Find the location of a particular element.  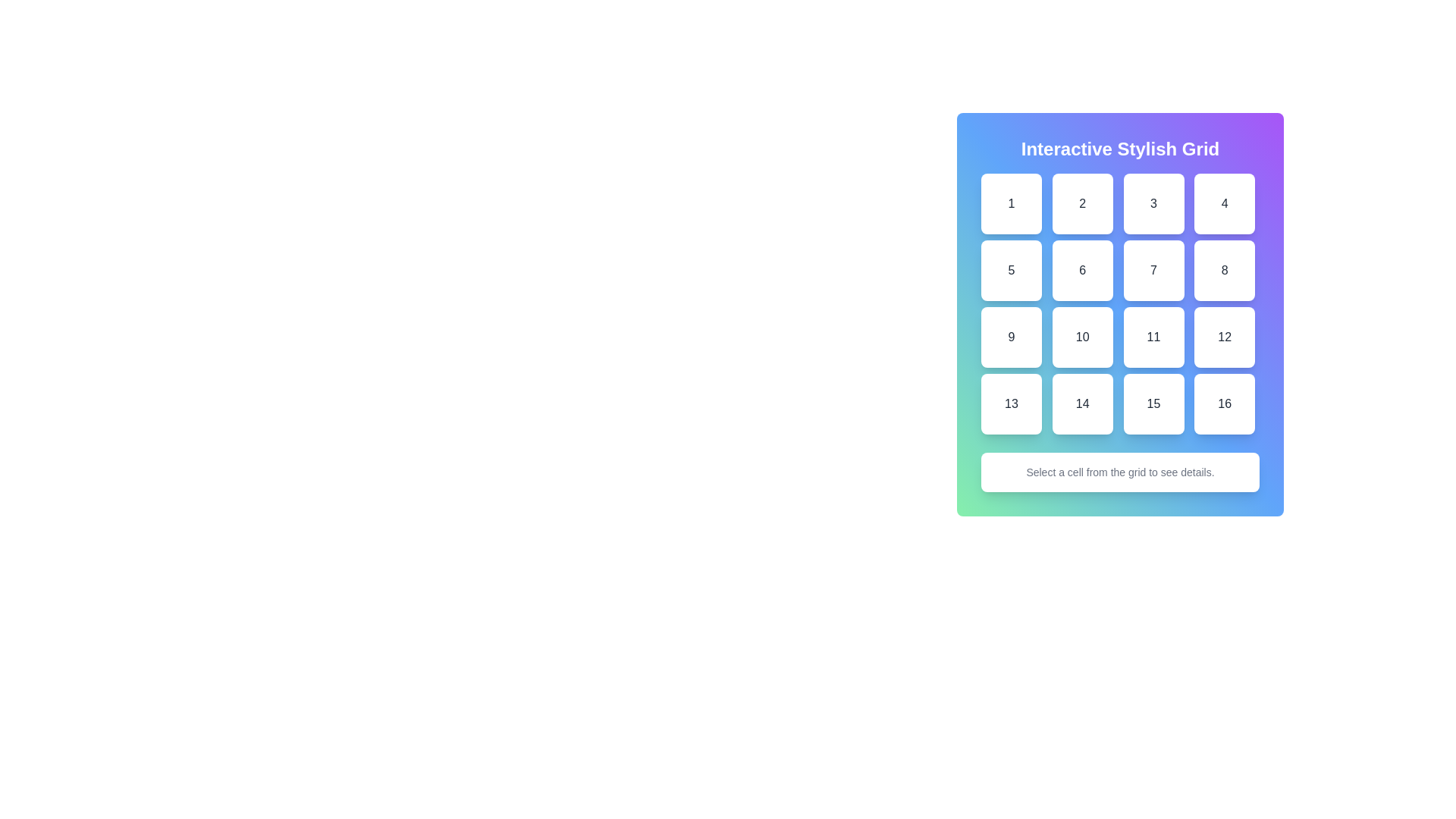

the button for interacting with the number '5', located in the second row of the 'Interactive Stylish Grid' is located at coordinates (1012, 270).